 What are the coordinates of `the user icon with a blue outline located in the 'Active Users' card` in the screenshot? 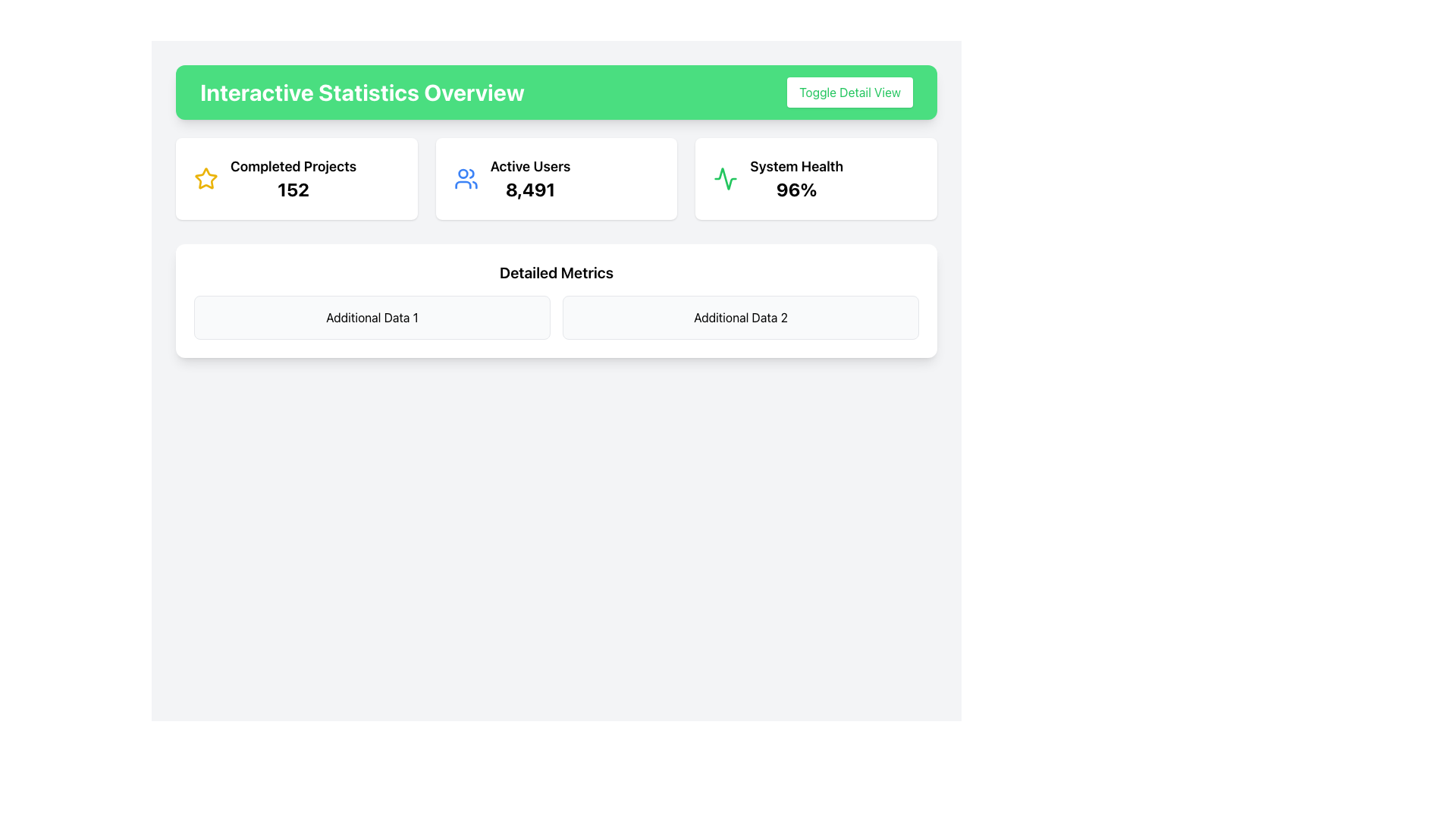 It's located at (465, 177).